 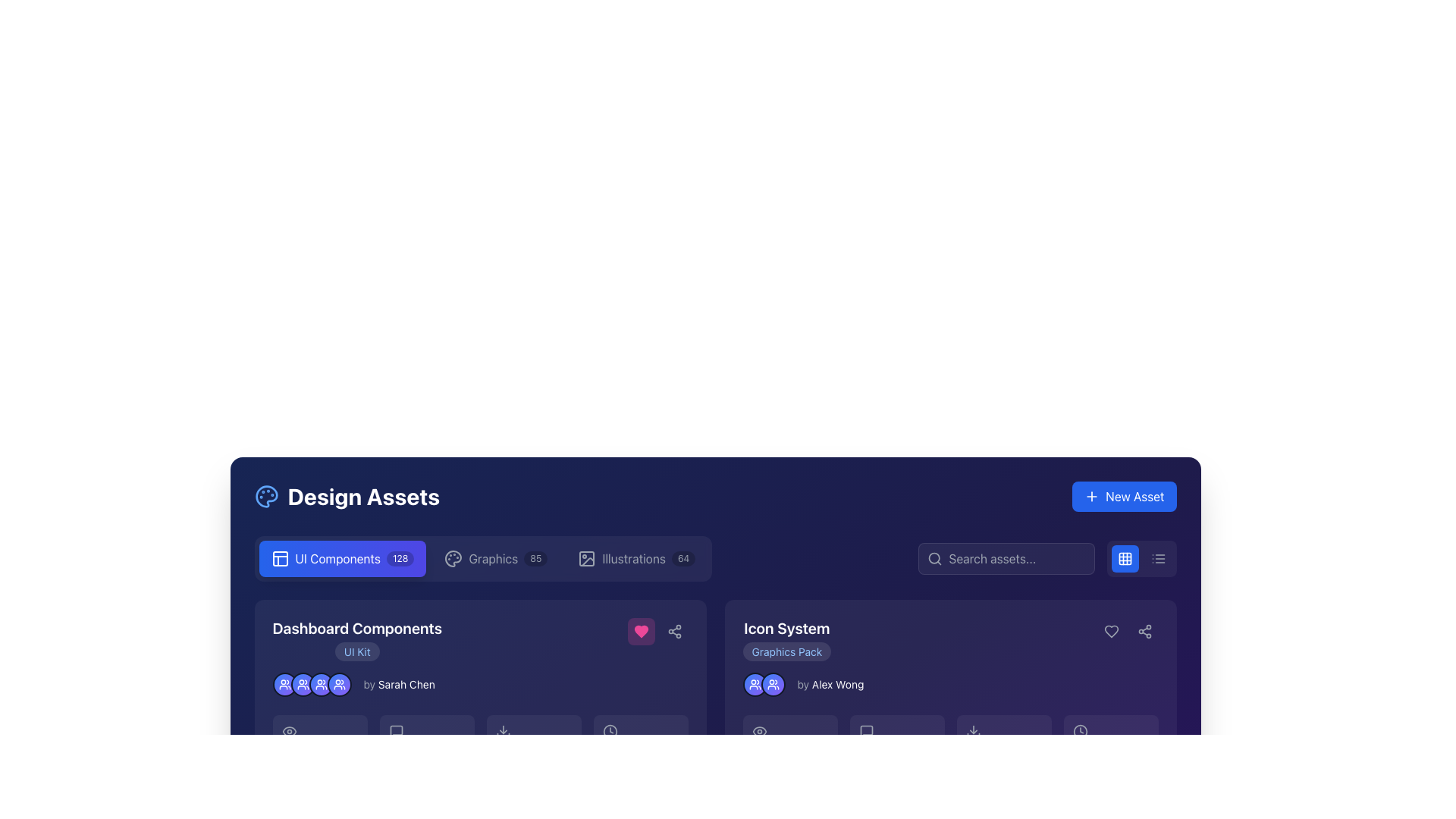 I want to click on the heart icon button, which serves as a 'like' or 'favorite' indicator, so click(x=1111, y=632).